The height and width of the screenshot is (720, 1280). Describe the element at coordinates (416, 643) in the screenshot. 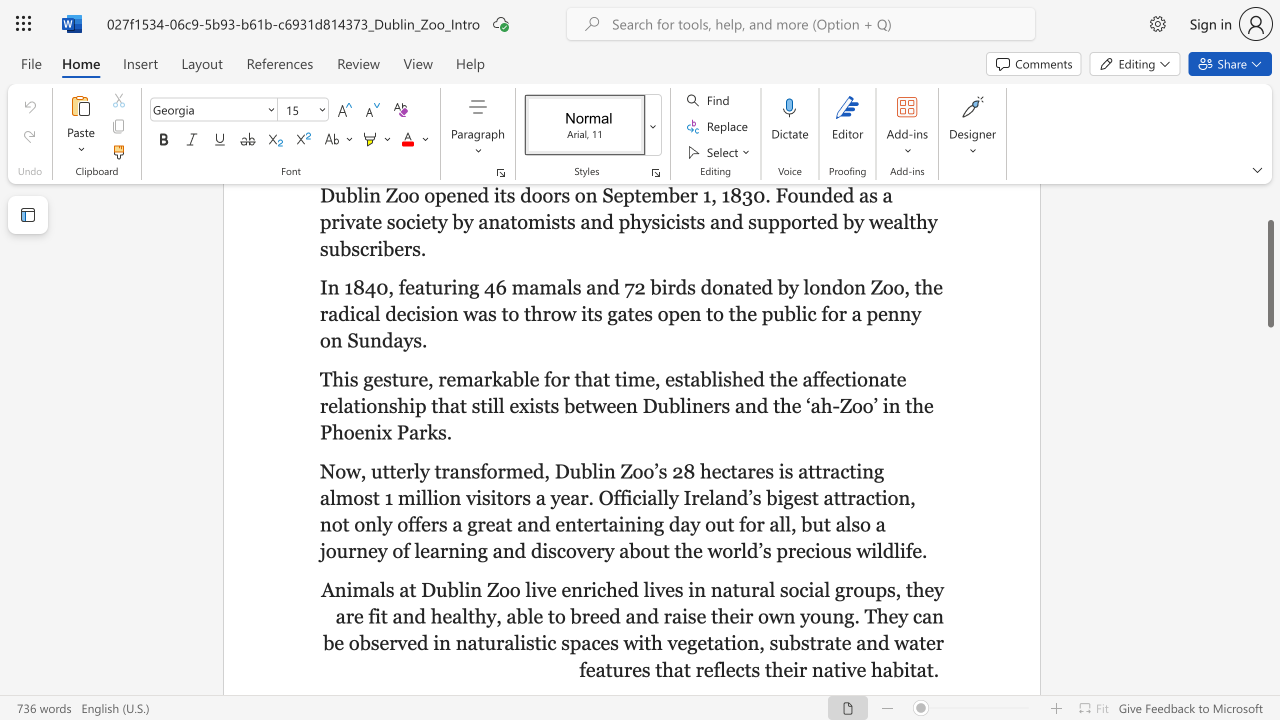

I see `the subset text "d in naturalistic spaces with vegetatio" within the text "Animals at Dublin Zoo live enriched lives in natural social groups, they are fit and healthy, able to breed and raise their own young. They can be observed in naturalistic spaces with vegetation, substrate and water features that reflects their native habitat."` at that location.